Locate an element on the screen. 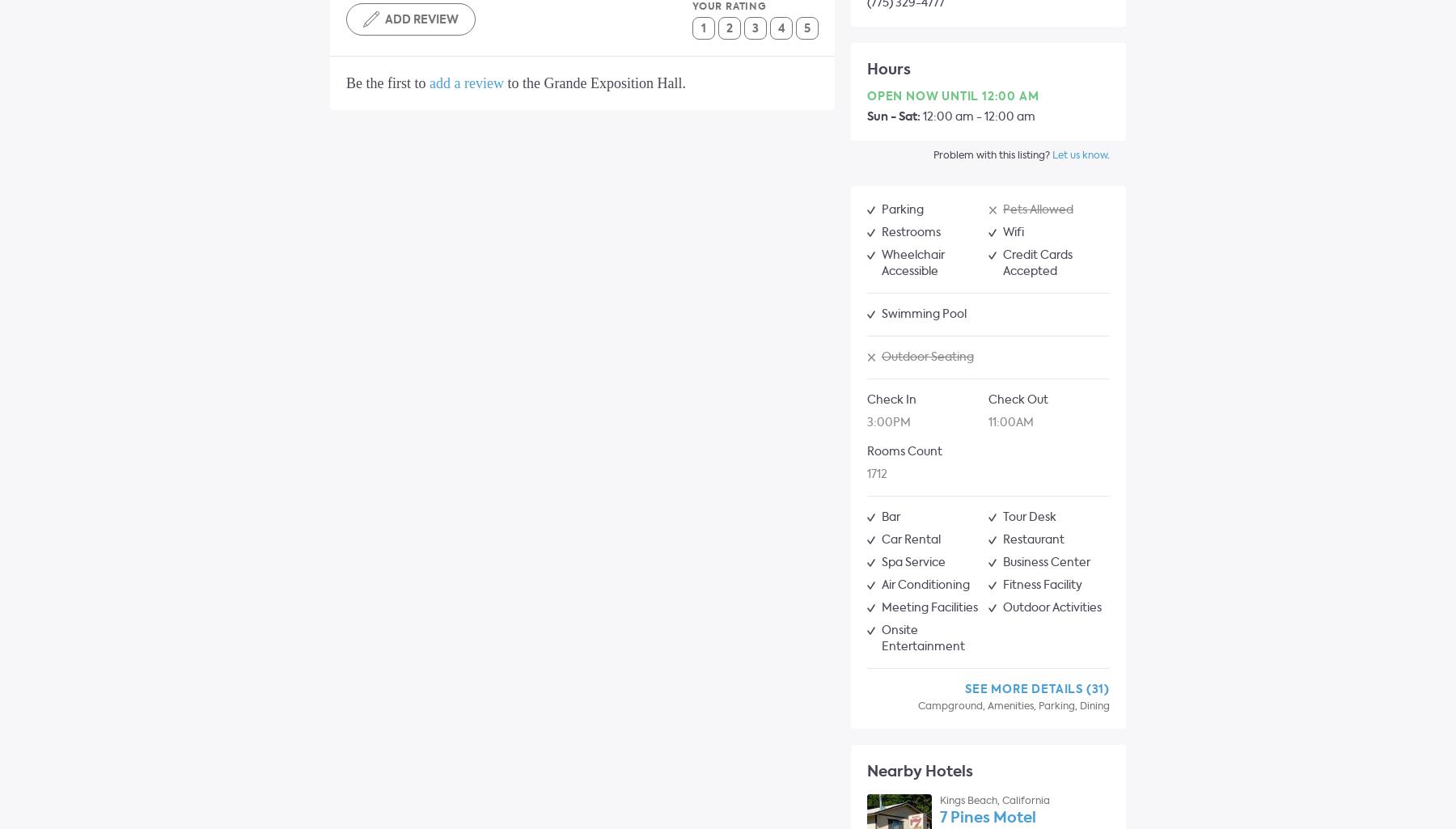  'Sun - Sat:' is located at coordinates (894, 116).